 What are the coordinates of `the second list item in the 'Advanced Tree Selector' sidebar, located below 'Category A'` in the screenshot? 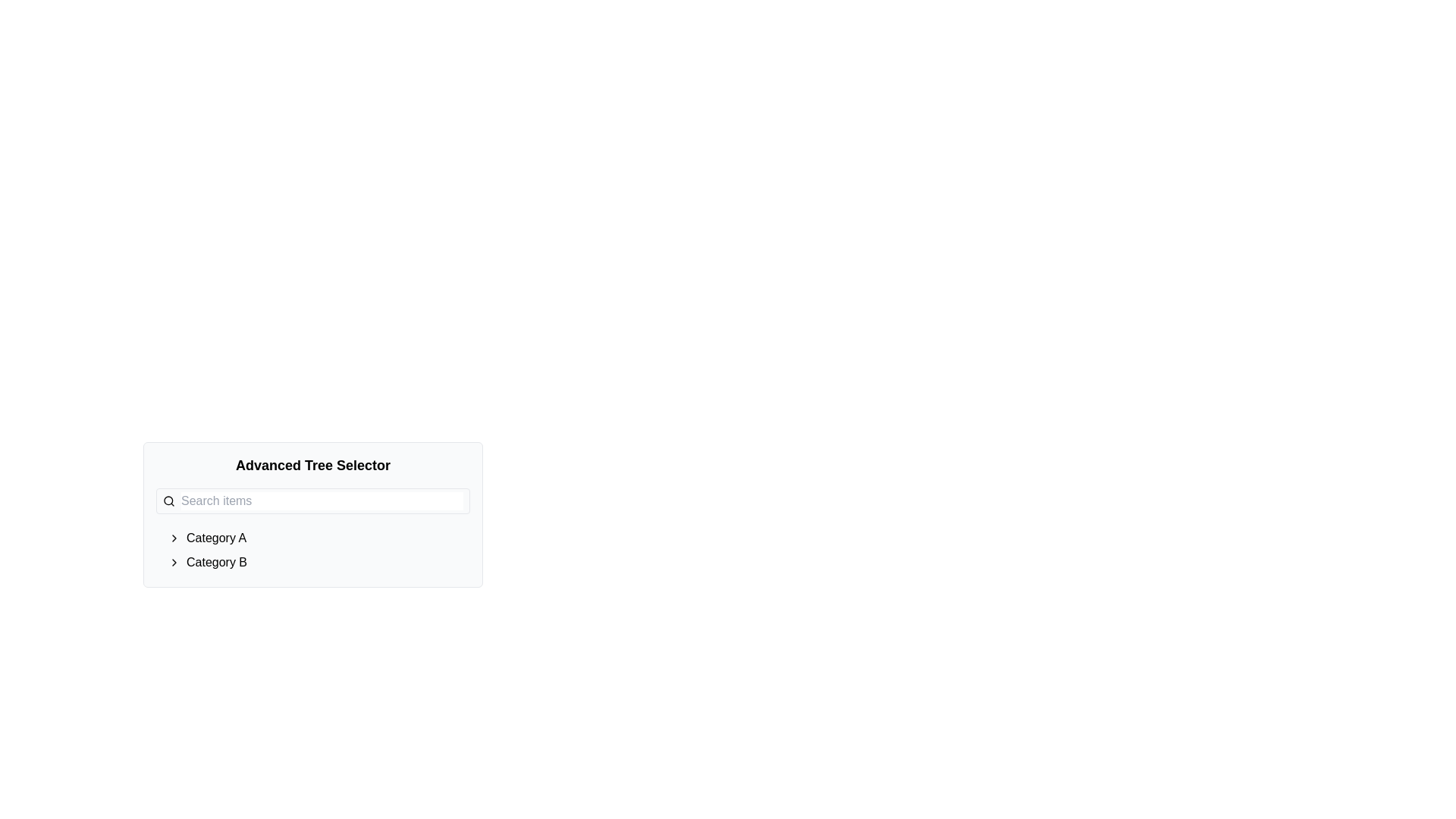 It's located at (318, 562).